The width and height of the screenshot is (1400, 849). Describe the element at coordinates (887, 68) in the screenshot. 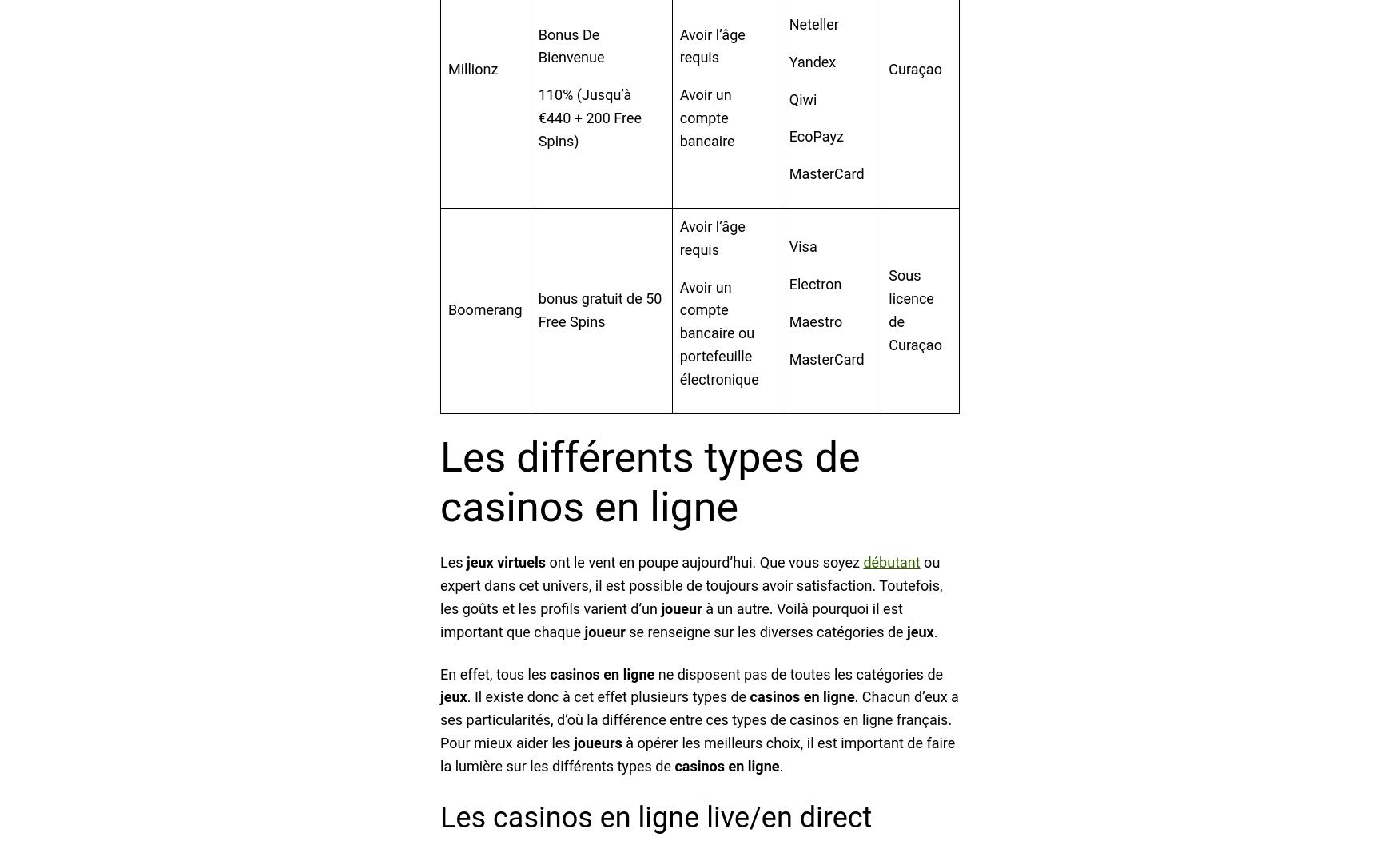

I see `'Curaçao'` at that location.